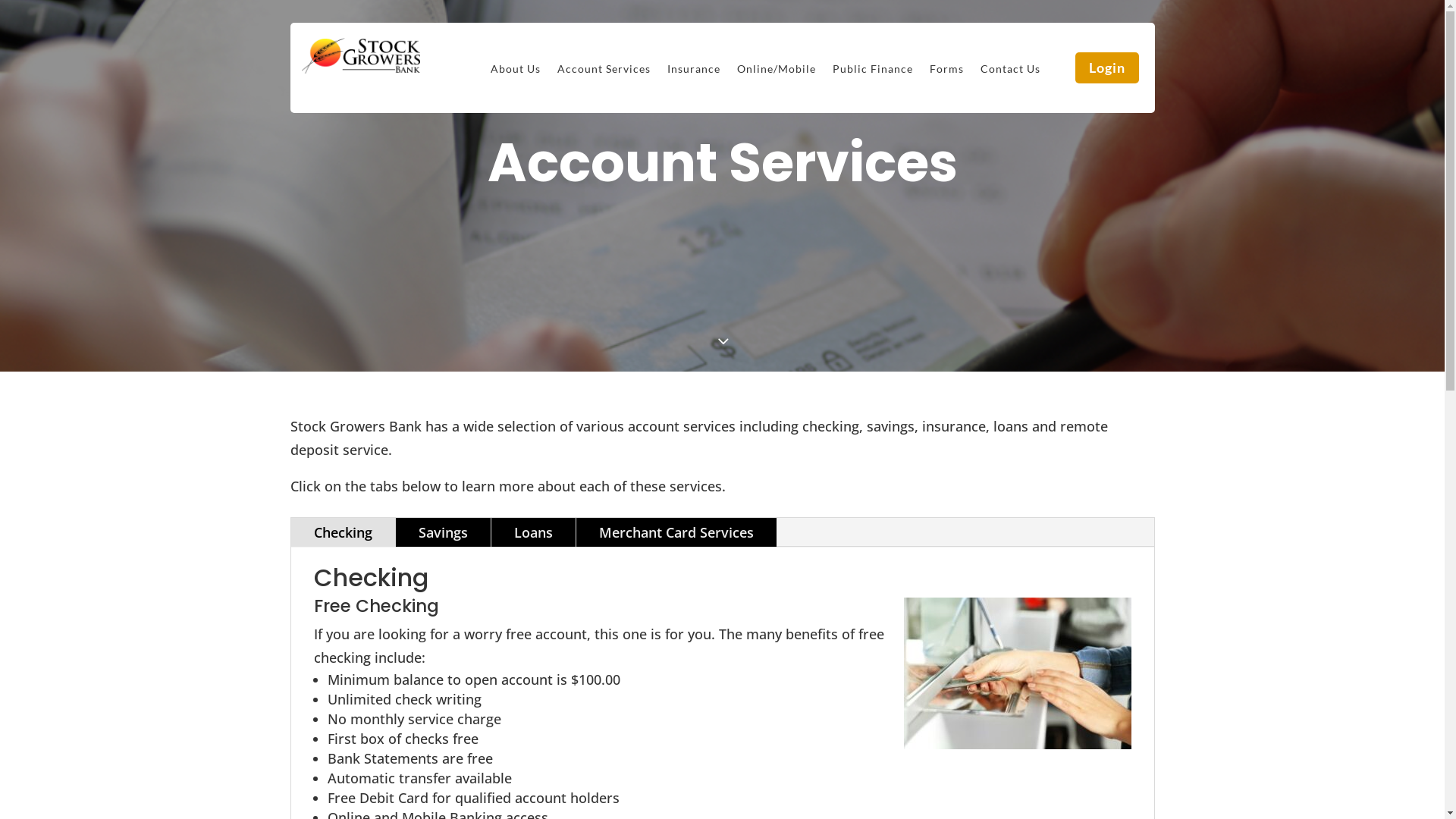 This screenshot has width=1456, height=819. What do you see at coordinates (1010, 72) in the screenshot?
I see `'Contact Us'` at bounding box center [1010, 72].